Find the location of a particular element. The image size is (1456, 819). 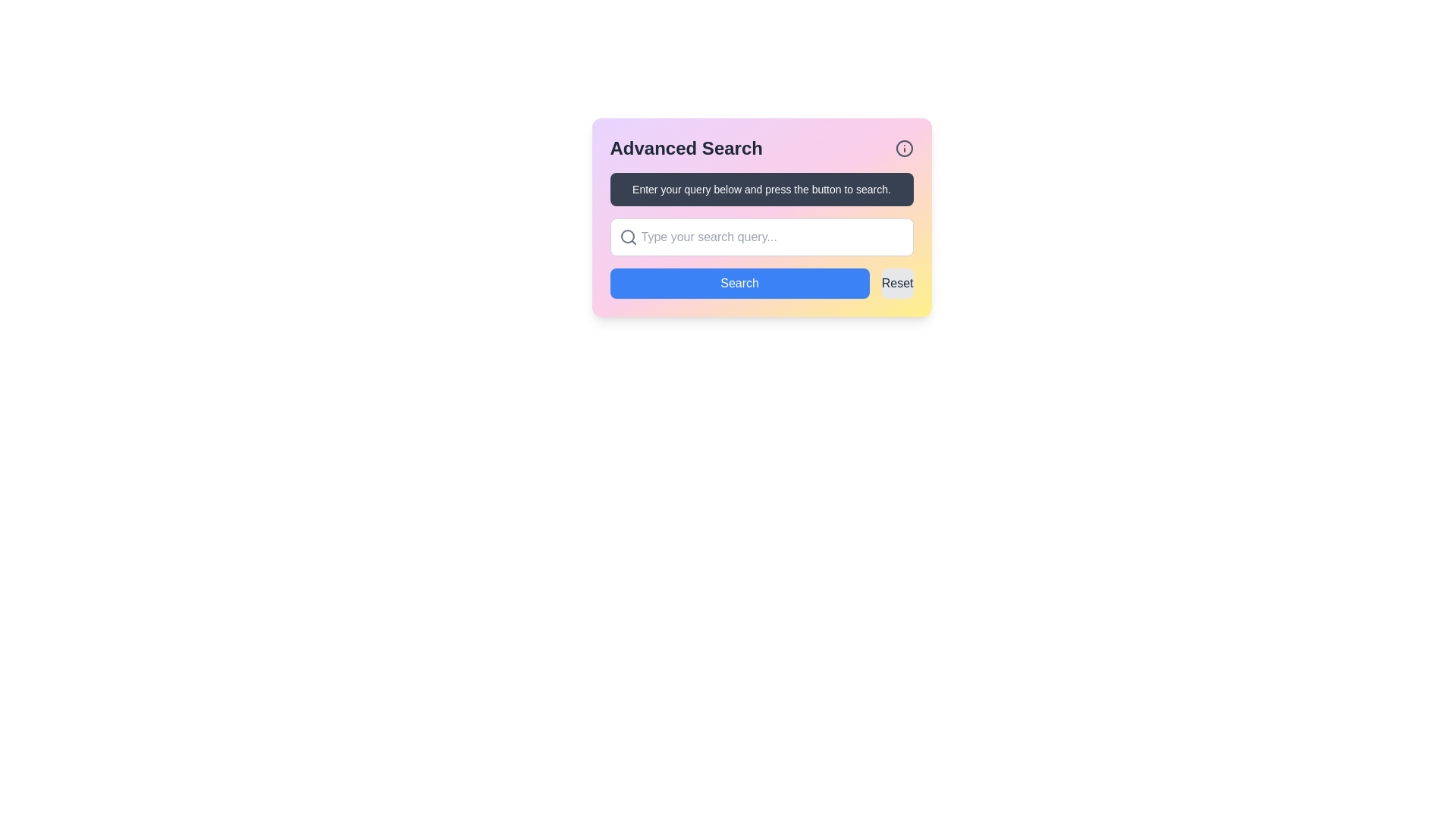

information displayed in the dark grey rectangular text block that contains the message 'Enter your query below and press the button to search.' is located at coordinates (761, 189).